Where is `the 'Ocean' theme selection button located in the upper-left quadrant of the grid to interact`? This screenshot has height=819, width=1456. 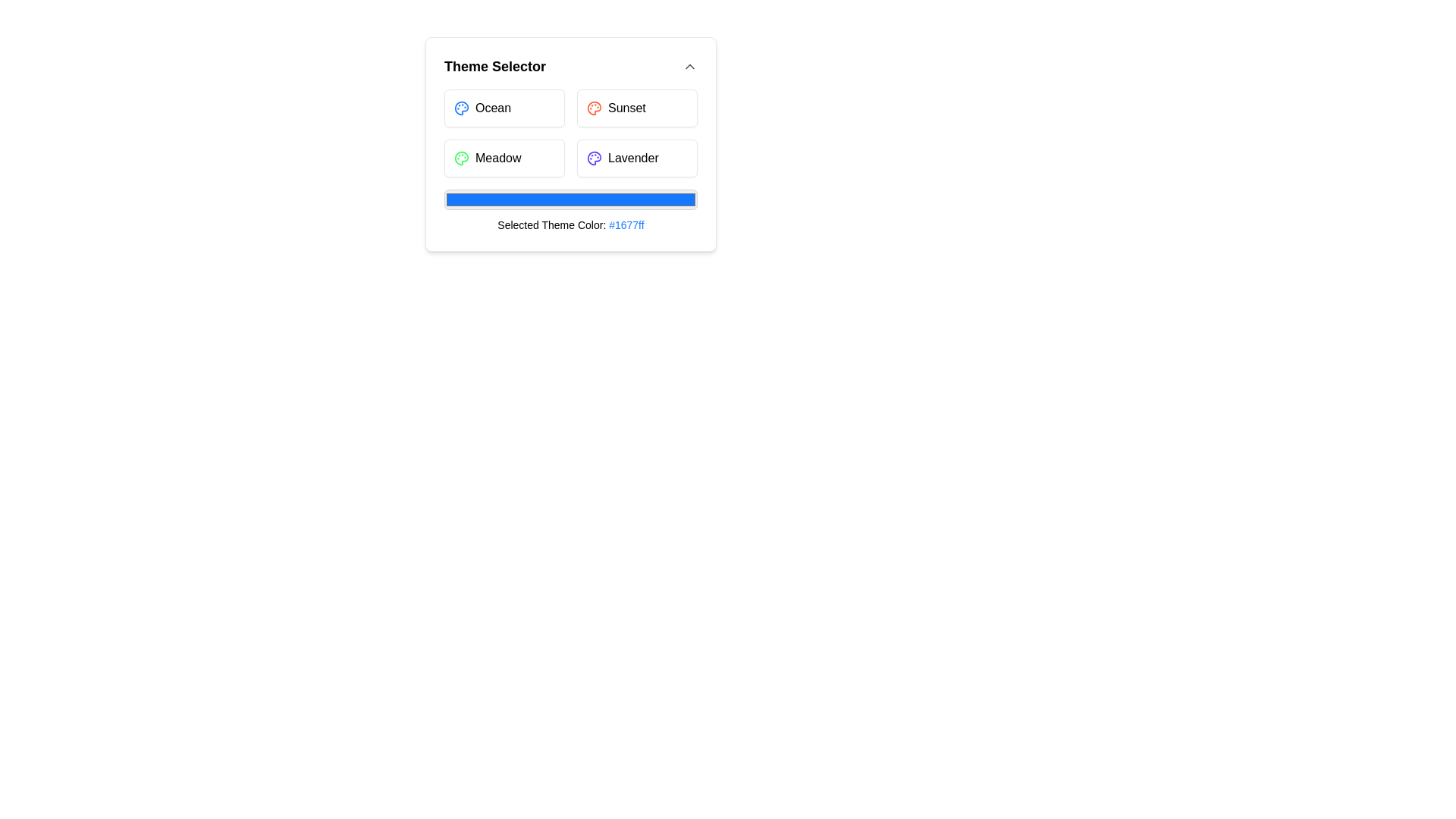
the 'Ocean' theme selection button located in the upper-left quadrant of the grid to interact is located at coordinates (504, 107).